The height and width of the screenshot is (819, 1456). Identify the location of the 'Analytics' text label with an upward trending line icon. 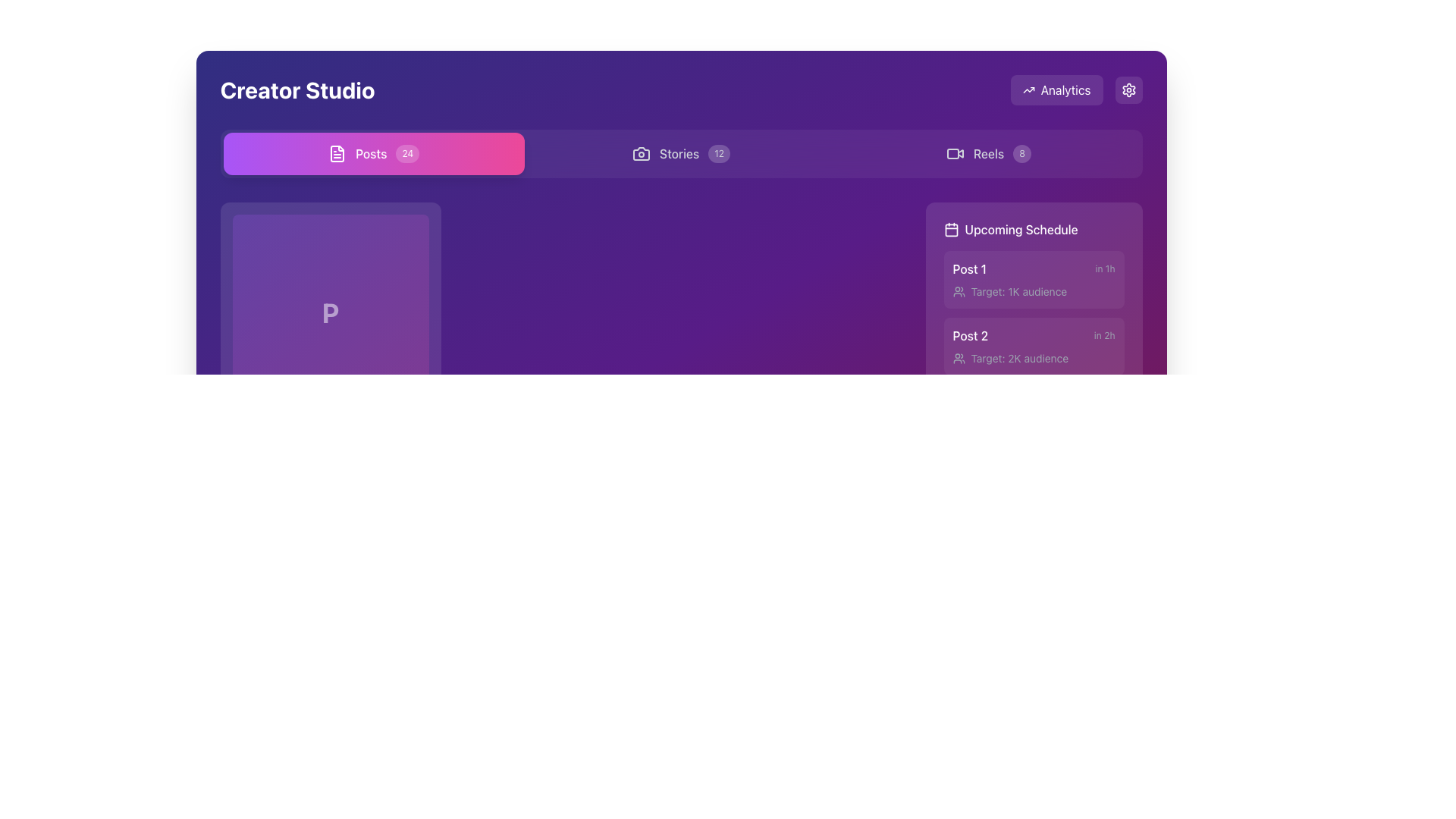
(1075, 90).